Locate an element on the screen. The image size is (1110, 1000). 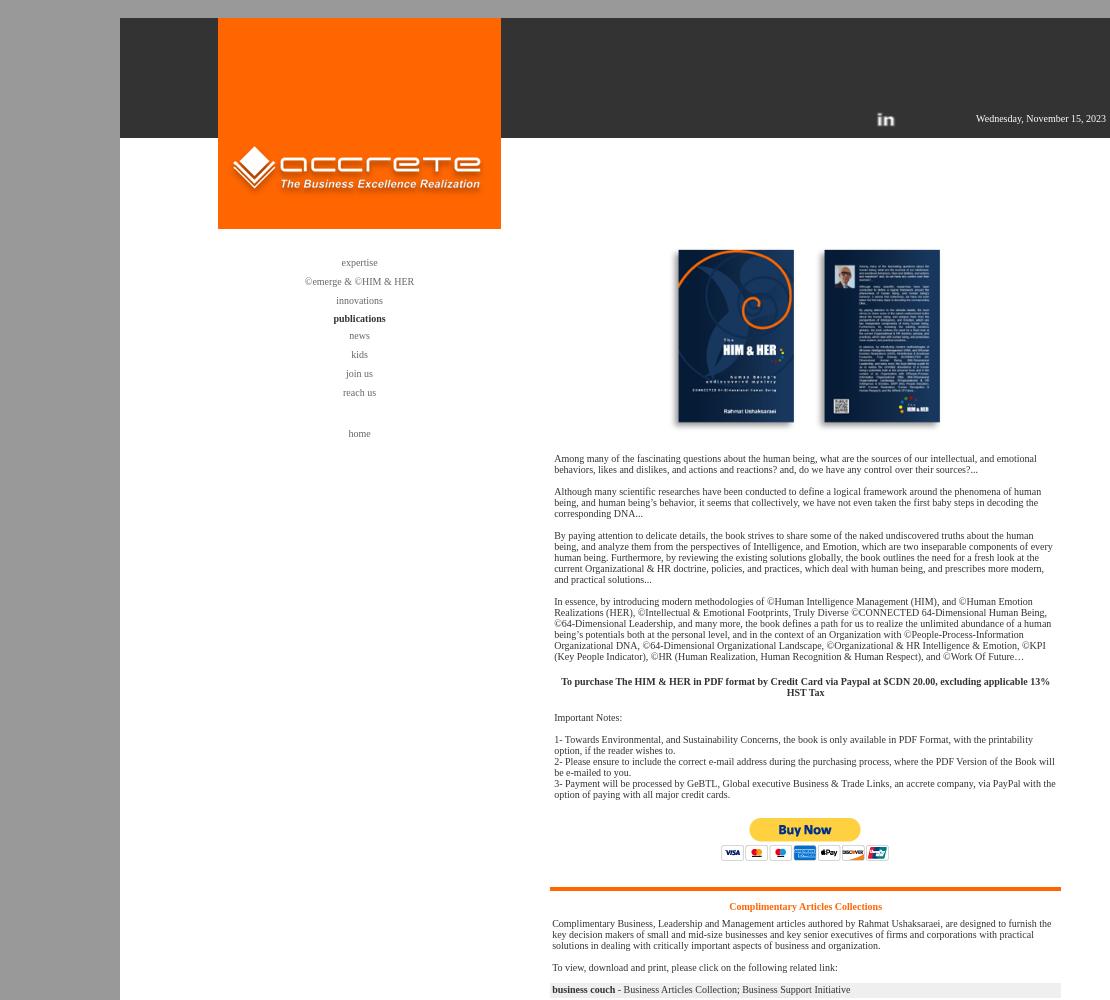
'To
purchase The HIM & HER in PDF format by Credit Card via Paypal
at $CDN 20.00, excluding applicable 13% HST Tax' is located at coordinates (805, 687).